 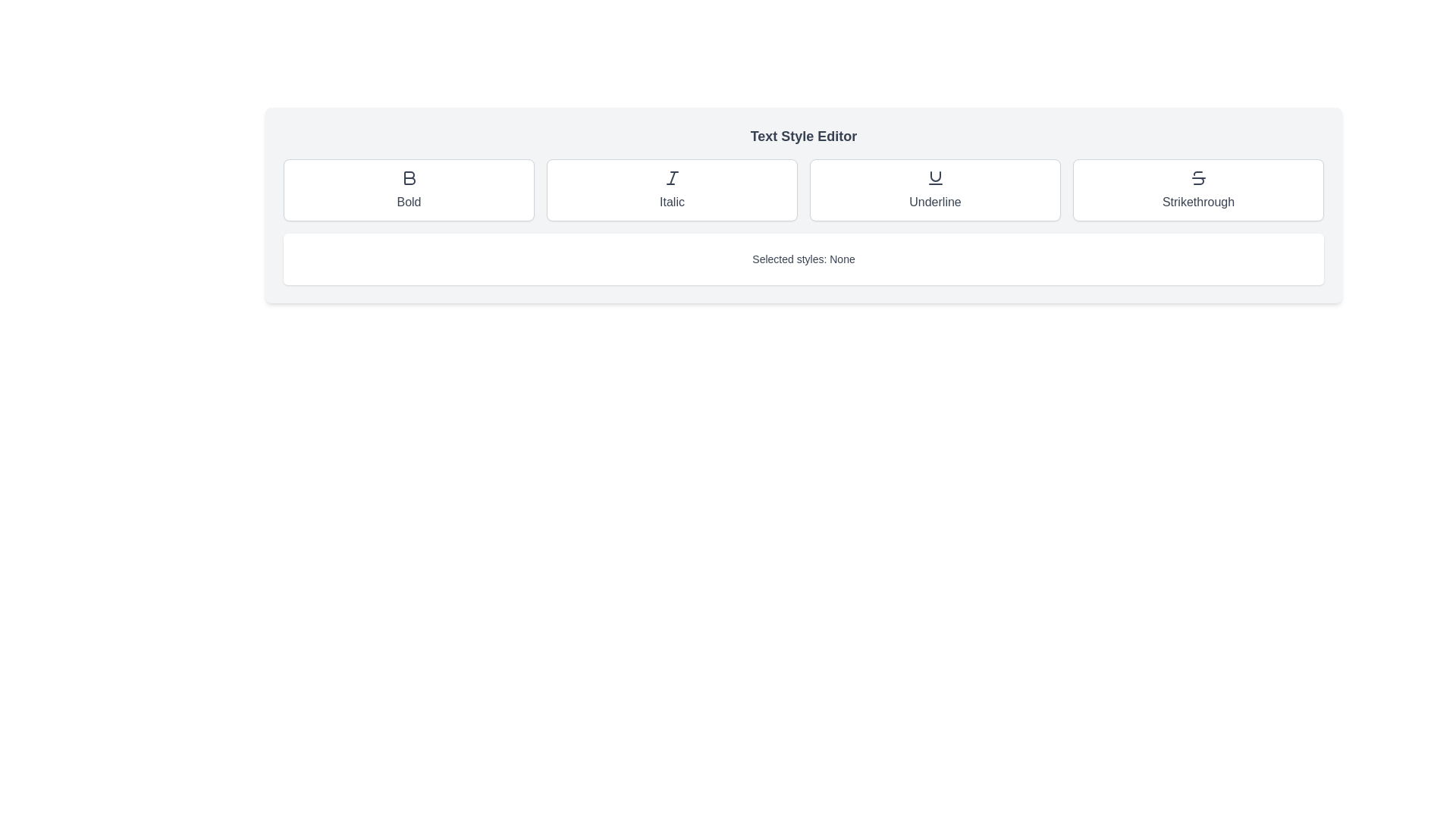 What do you see at coordinates (1197, 201) in the screenshot?
I see `text content of the 'Strikethrough' label located at the bottom of the button, positioned to the right of the 'Underline' button` at bounding box center [1197, 201].